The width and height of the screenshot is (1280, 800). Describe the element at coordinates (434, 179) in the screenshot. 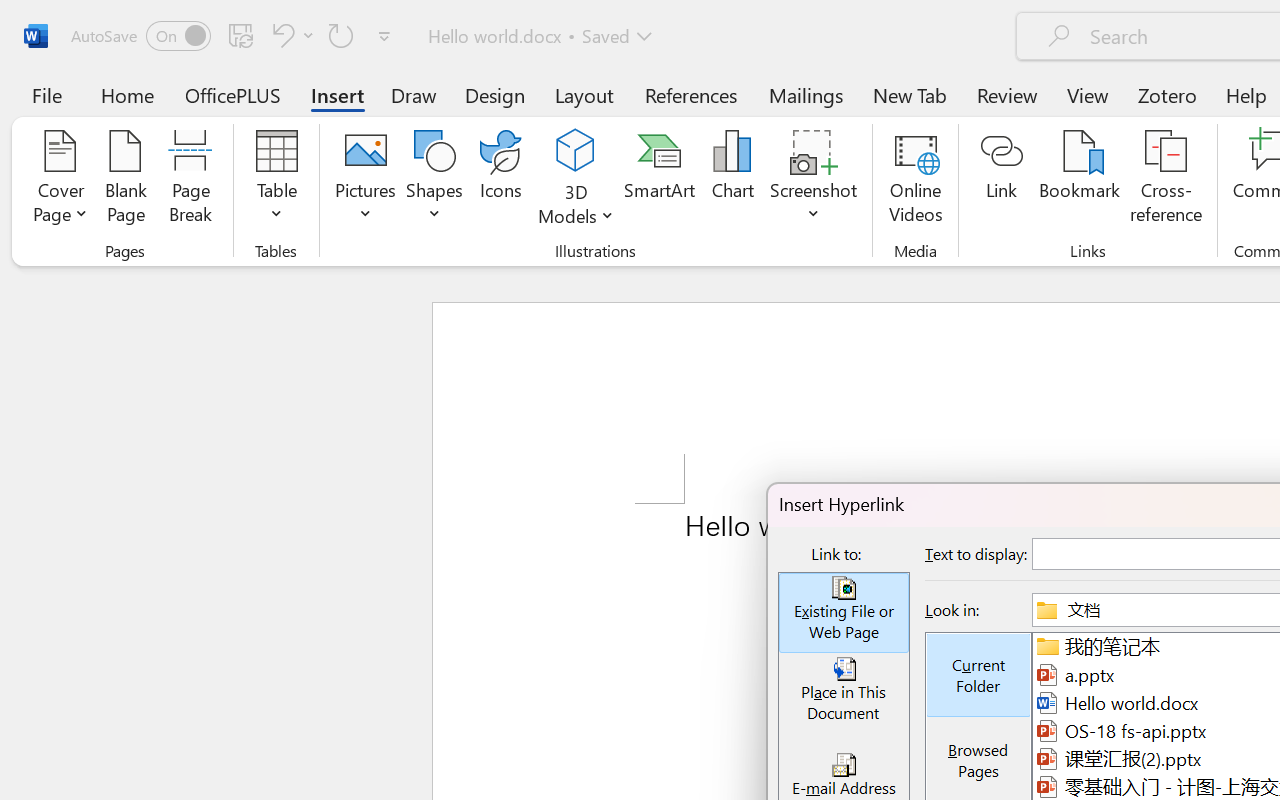

I see `'Shapes'` at that location.